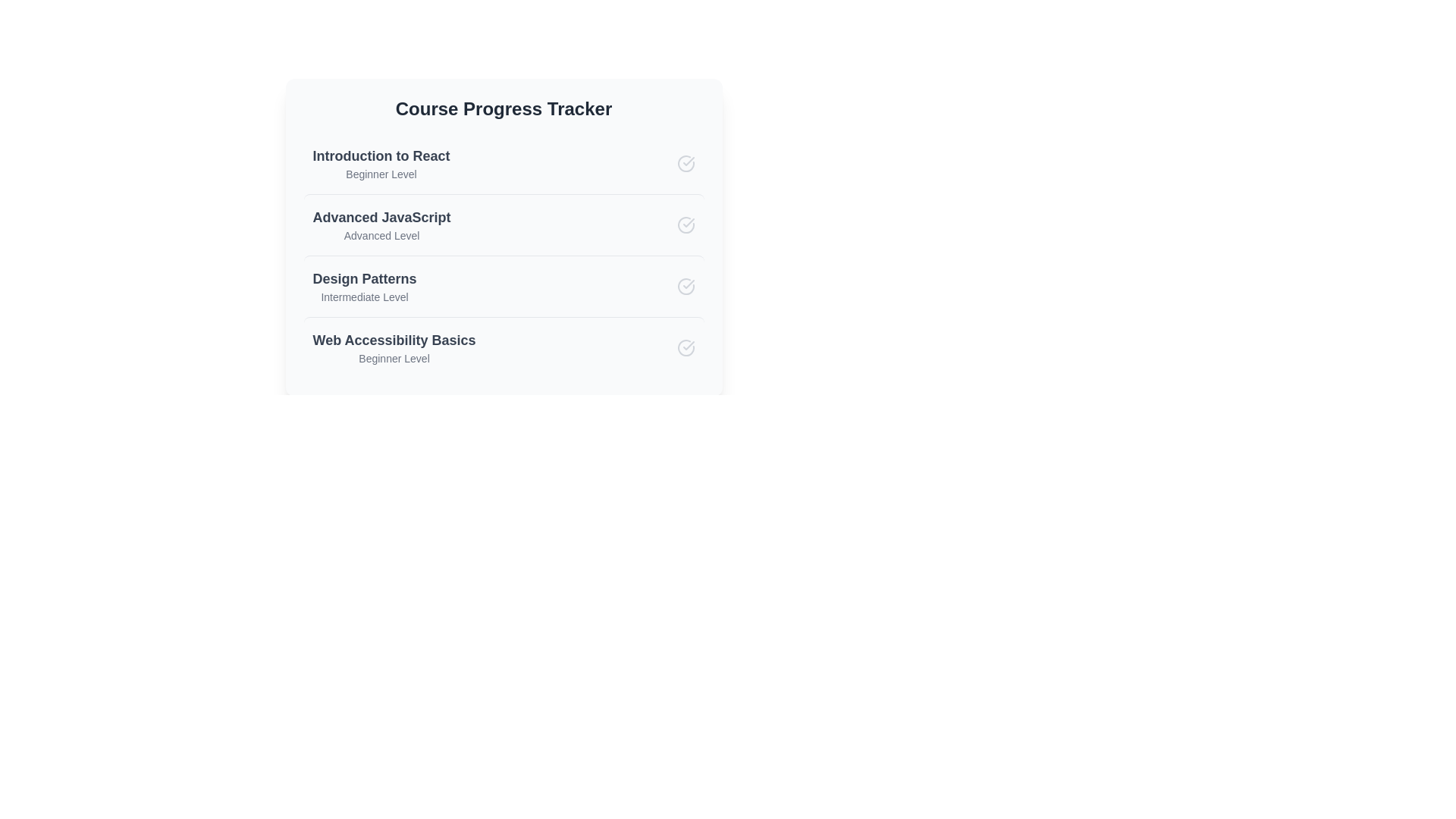  Describe the element at coordinates (364, 297) in the screenshot. I see `displayed text of the Text label that contains 'Intermediate Level', which is styled in a smaller muted gray font and is located beneath the 'Design Patterns' text` at that location.